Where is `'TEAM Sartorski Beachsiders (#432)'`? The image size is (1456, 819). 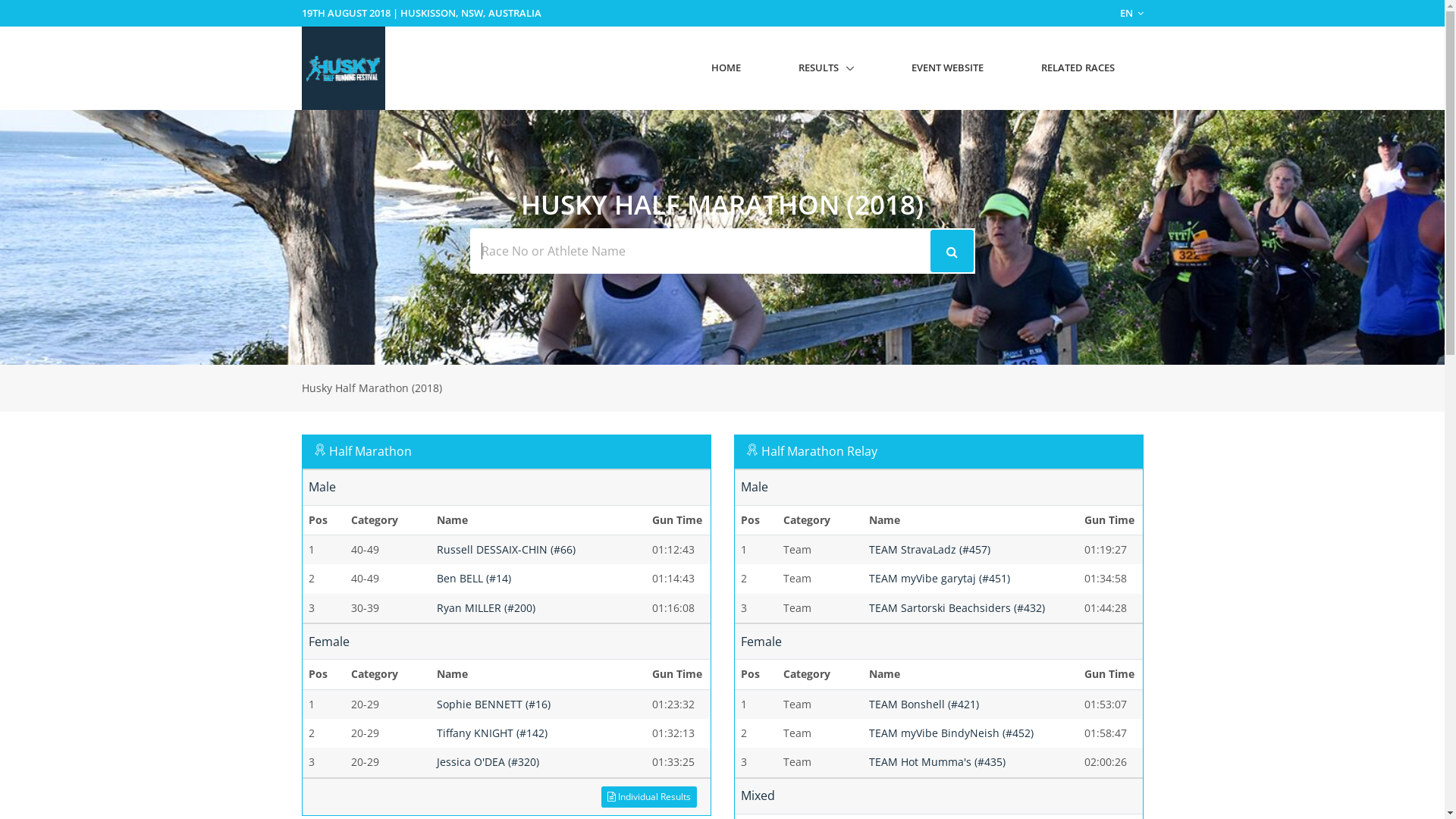 'TEAM Sartorski Beachsiders (#432)' is located at coordinates (956, 607).